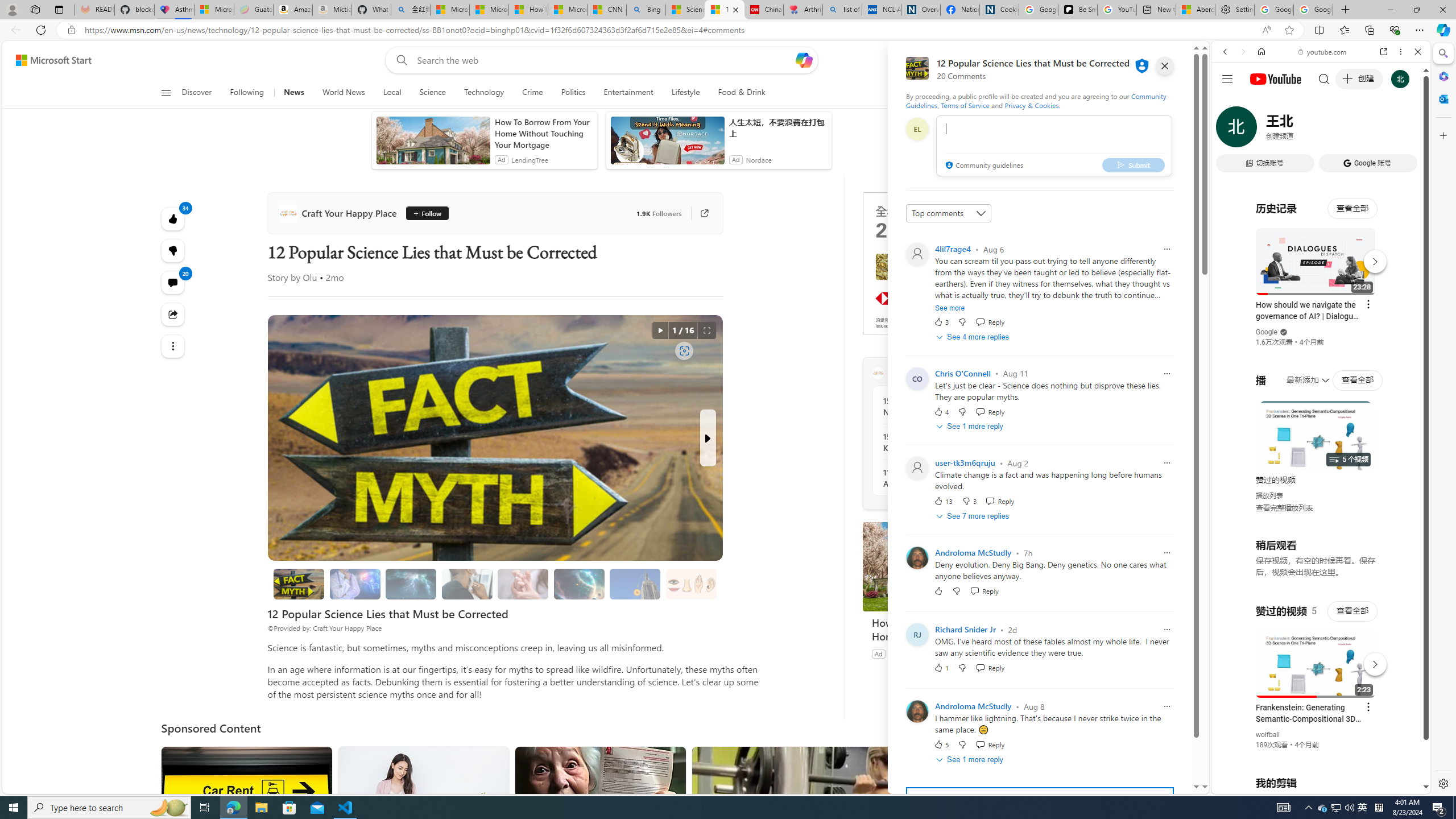 This screenshot has height=819, width=1456. What do you see at coordinates (1407, 457) in the screenshot?
I see `'Click to scroll right'` at bounding box center [1407, 457].